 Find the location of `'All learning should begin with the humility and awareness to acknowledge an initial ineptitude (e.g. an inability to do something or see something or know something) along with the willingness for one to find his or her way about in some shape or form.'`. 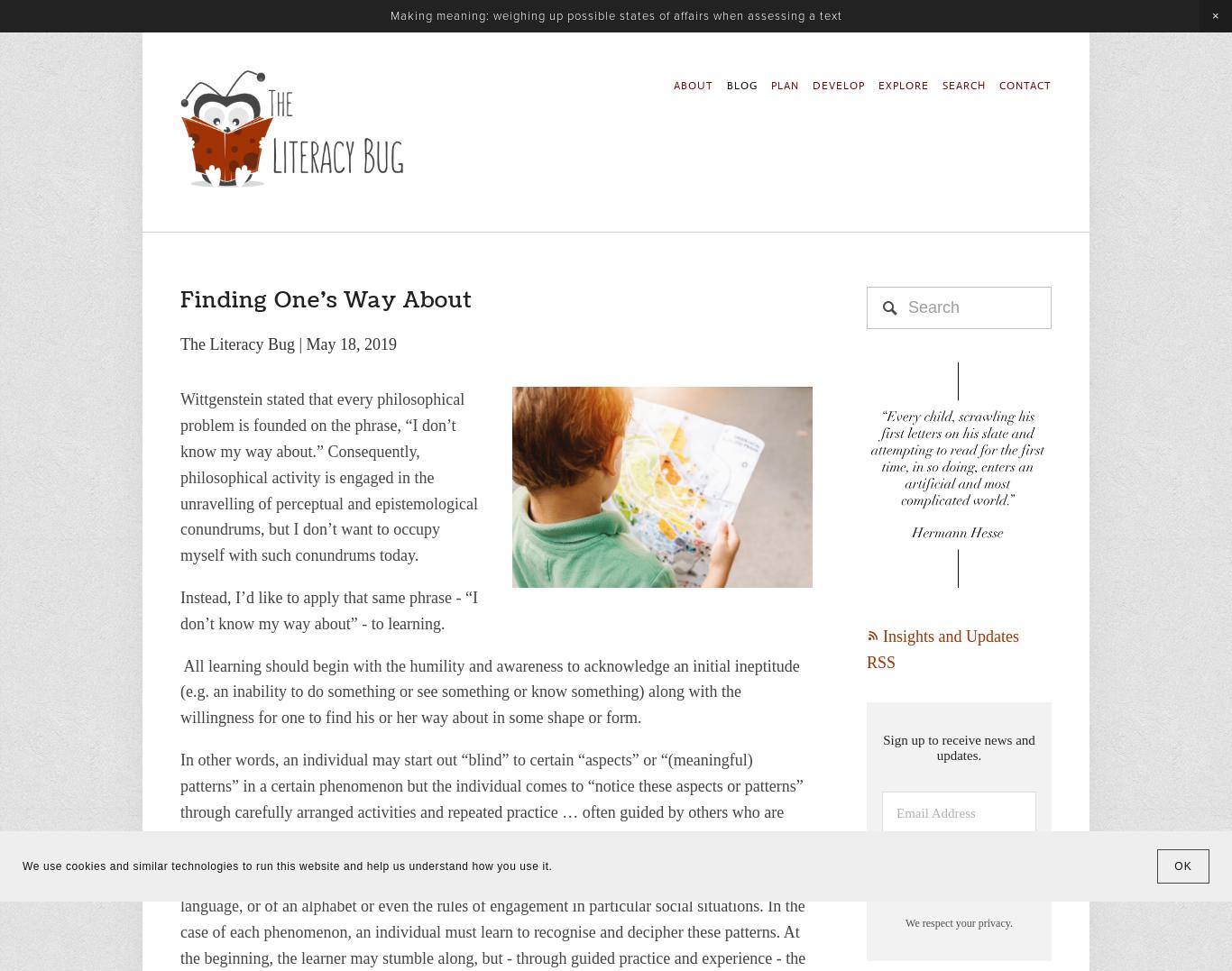

'All learning should begin with the humility and awareness to acknowledge an initial ineptitude (e.g. an inability to do something or see something or know something) along with the willingness for one to find his or her way about in some shape or form.' is located at coordinates (492, 691).